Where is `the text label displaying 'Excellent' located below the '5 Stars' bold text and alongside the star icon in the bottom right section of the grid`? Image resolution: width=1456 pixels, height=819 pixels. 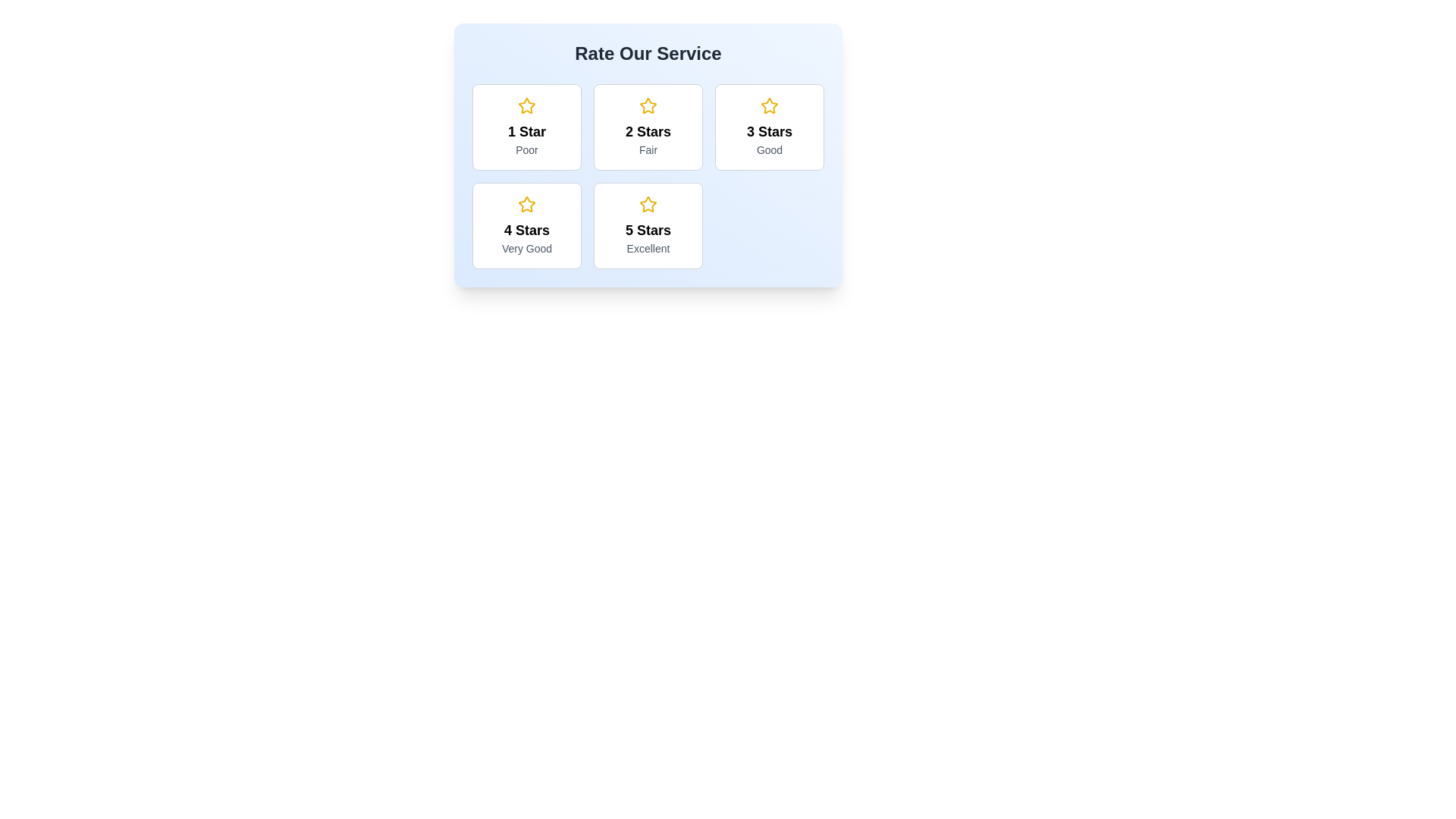
the text label displaying 'Excellent' located below the '5 Stars' bold text and alongside the star icon in the bottom right section of the grid is located at coordinates (648, 247).